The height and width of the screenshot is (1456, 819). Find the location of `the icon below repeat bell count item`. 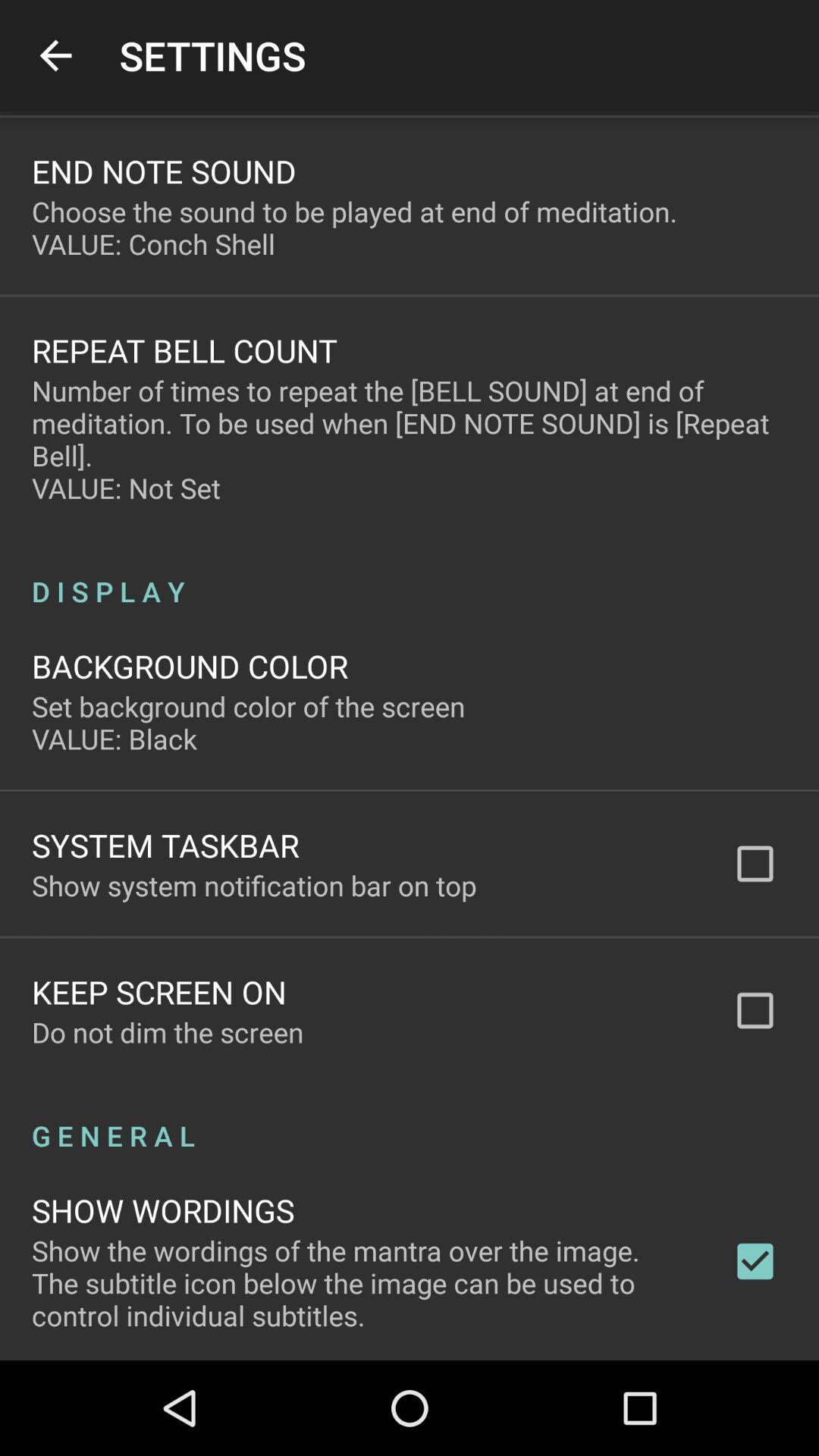

the icon below repeat bell count item is located at coordinates (409, 438).